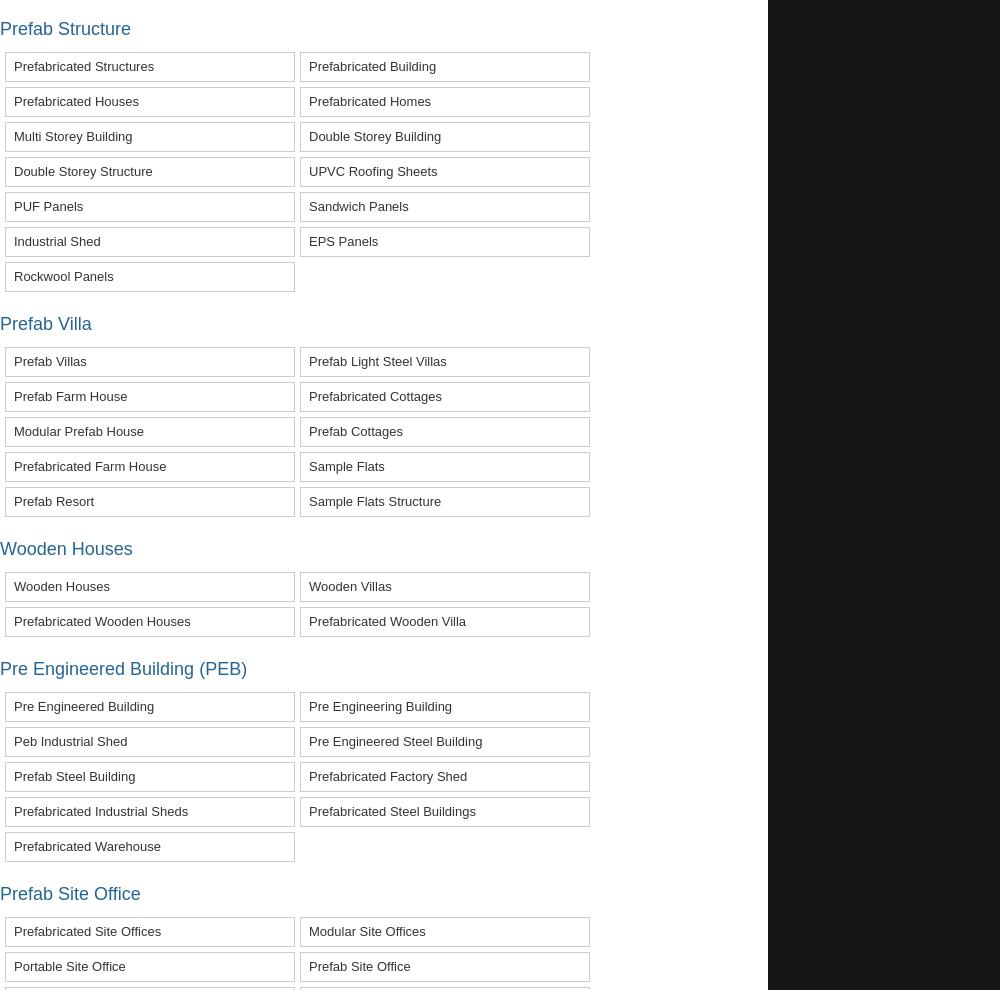 The image size is (1000, 990). I want to click on 'prefabricated homes', so click(369, 99).